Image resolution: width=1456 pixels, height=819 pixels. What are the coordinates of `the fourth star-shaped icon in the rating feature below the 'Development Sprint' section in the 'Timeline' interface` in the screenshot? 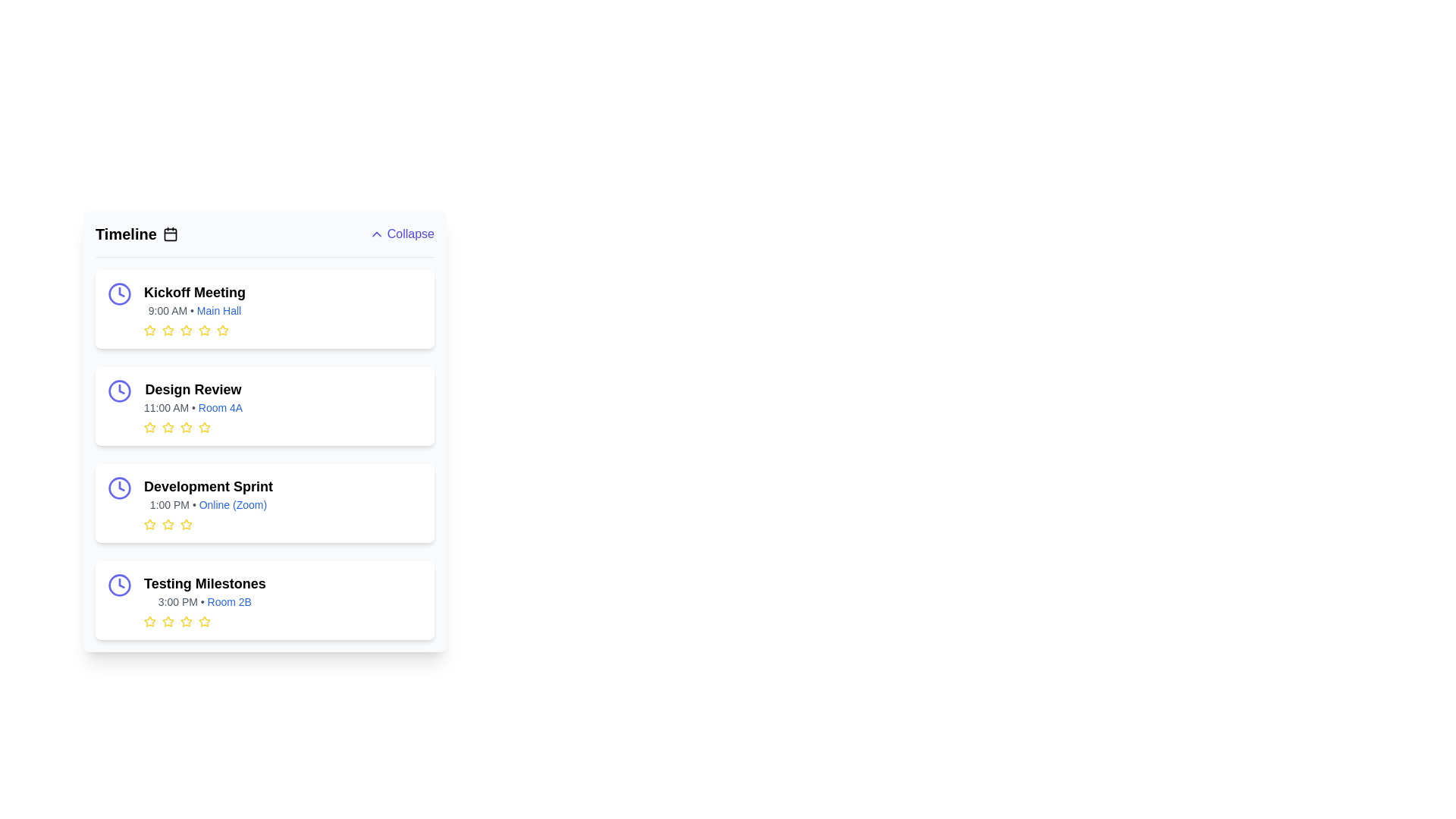 It's located at (185, 523).